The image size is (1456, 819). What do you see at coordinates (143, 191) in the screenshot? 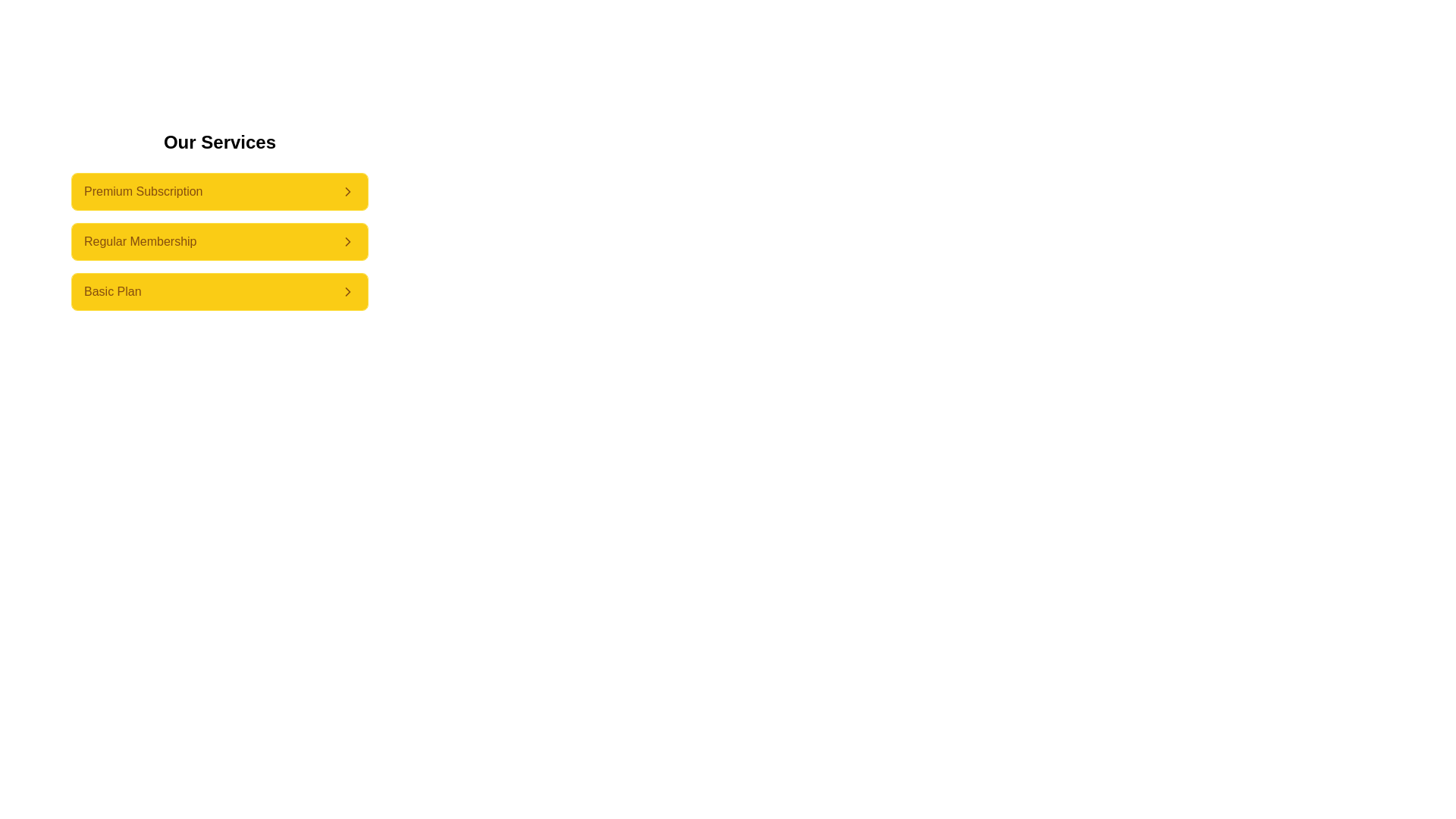
I see `the 'Premium Subscription' text label which is displayed in bold font on a yellow rectangular button, the first button in the 'Our Services' vertical stack` at bounding box center [143, 191].